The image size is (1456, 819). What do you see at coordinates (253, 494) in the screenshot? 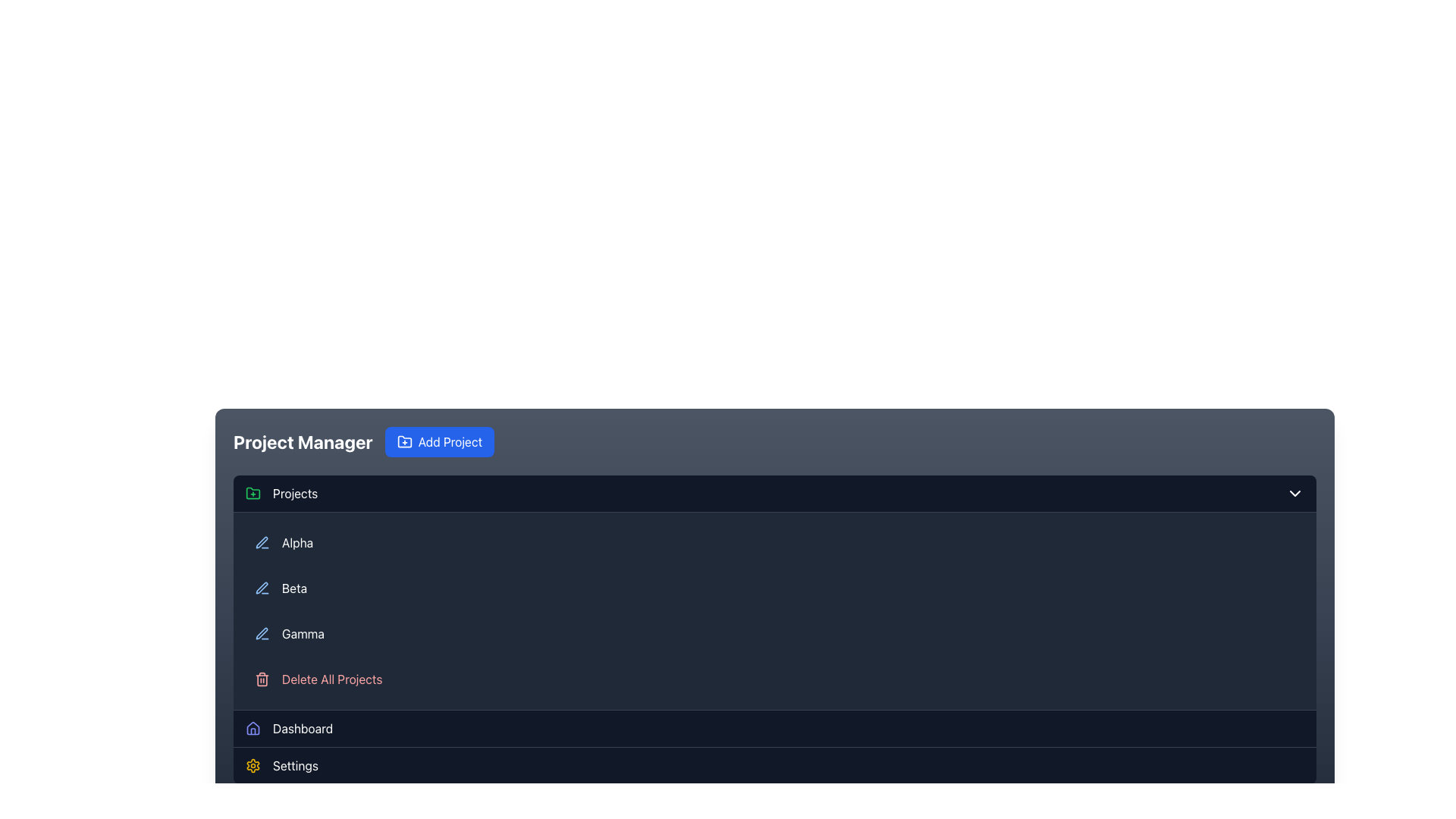
I see `the 'Folder with Plus' icon in the 'Projects' section` at bounding box center [253, 494].